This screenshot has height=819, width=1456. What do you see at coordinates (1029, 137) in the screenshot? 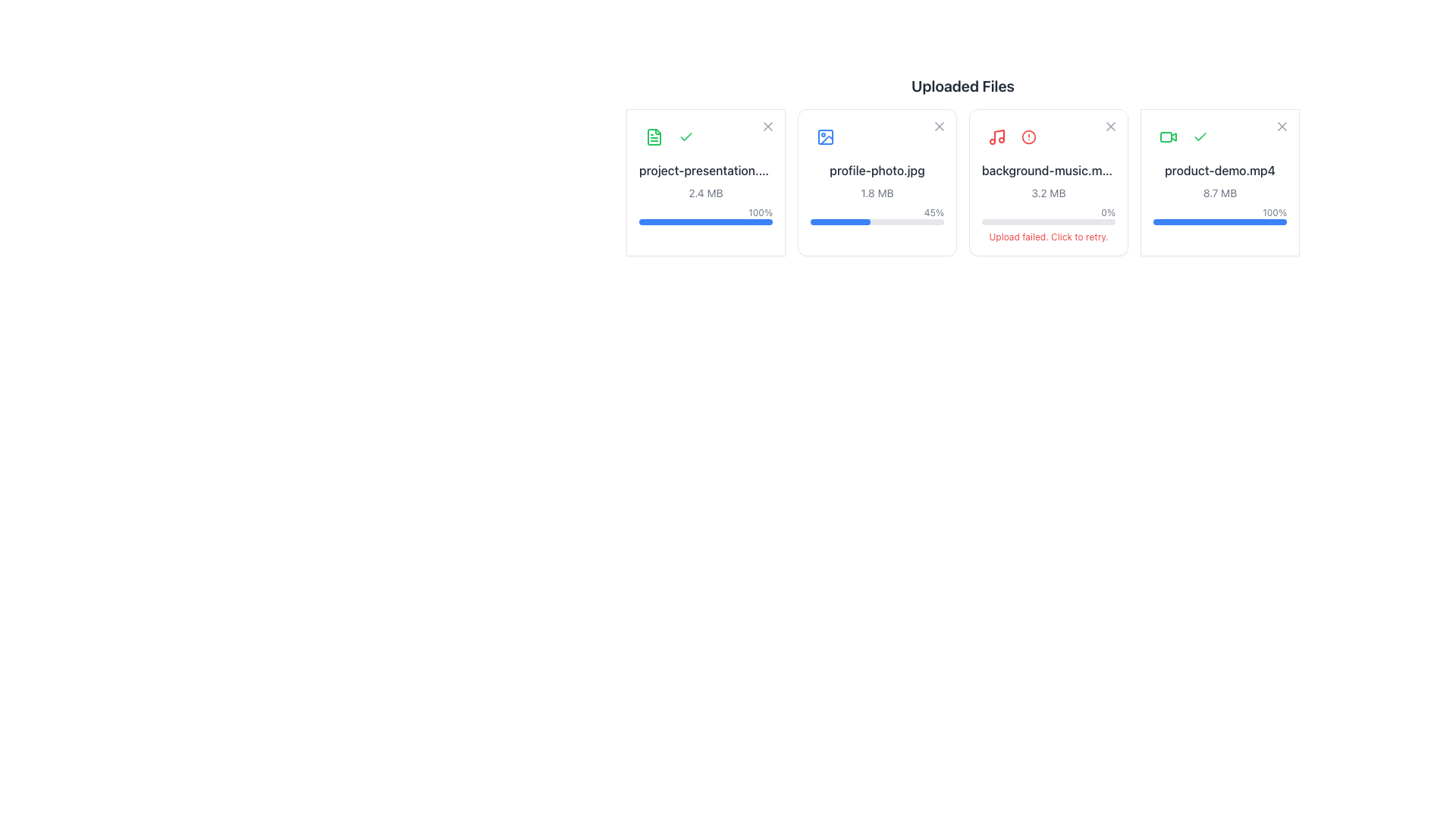
I see `the graphical vector element that forms part of the alert icon located in the file management section of the interface` at bounding box center [1029, 137].